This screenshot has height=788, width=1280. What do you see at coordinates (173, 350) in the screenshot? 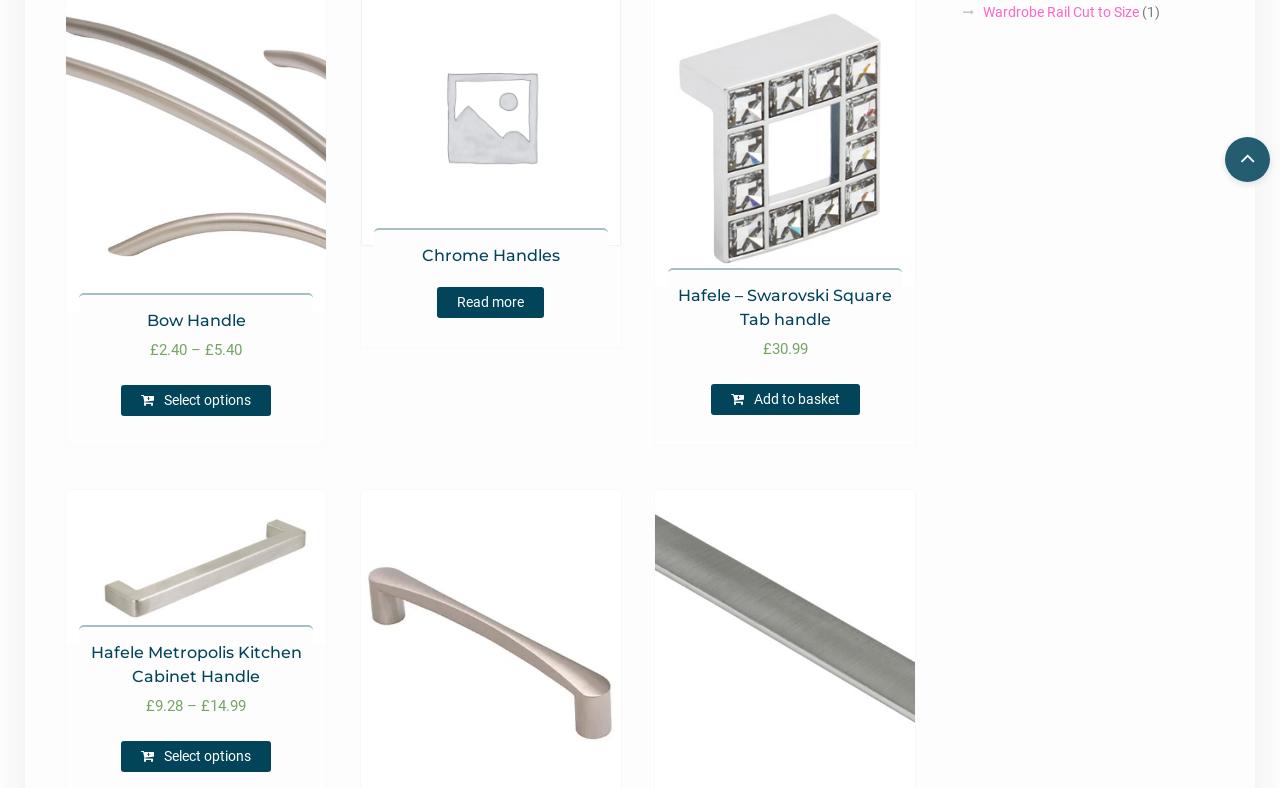
I see `'2.40'` at bounding box center [173, 350].